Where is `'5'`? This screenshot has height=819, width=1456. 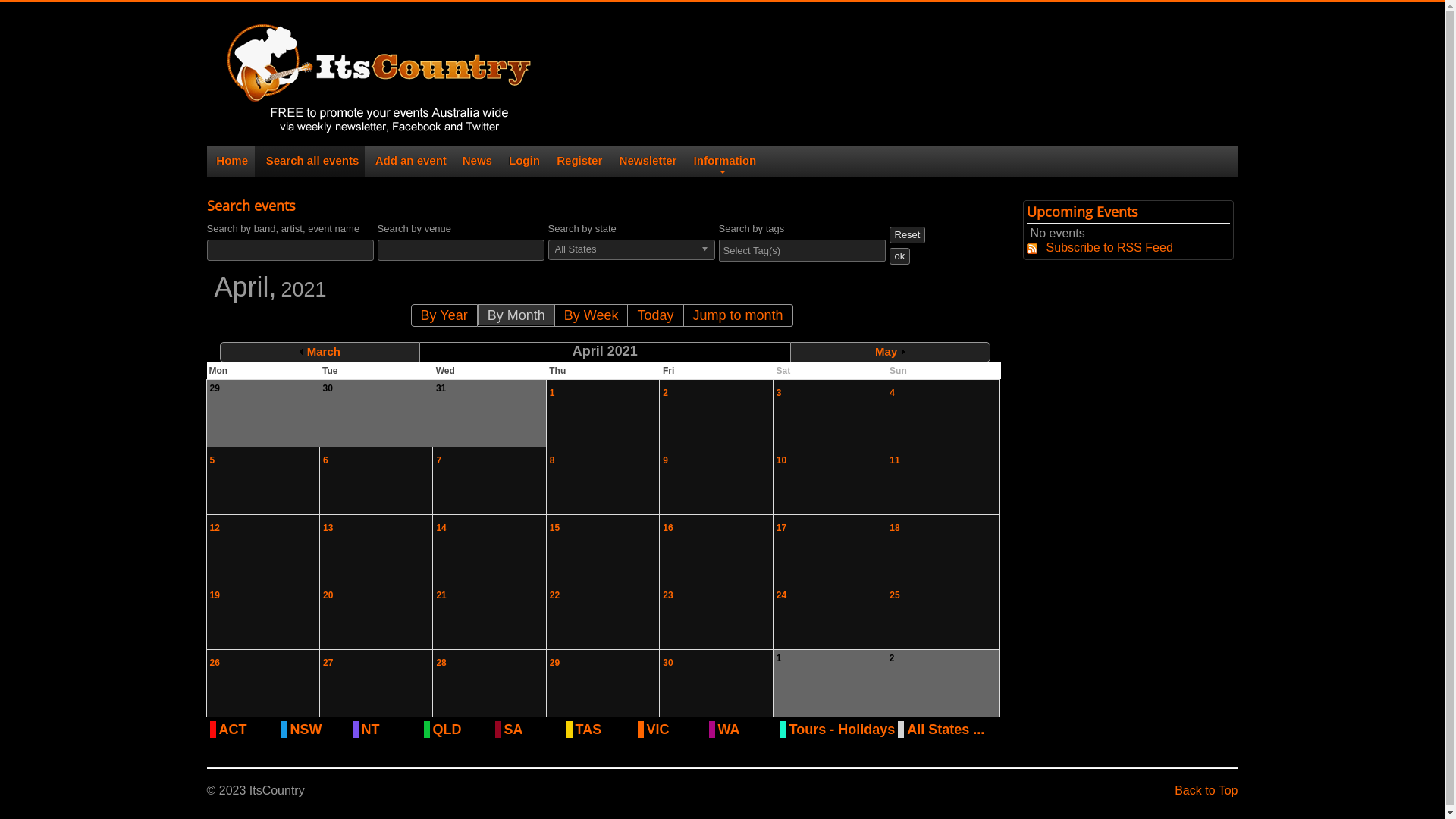
'5' is located at coordinates (211, 459).